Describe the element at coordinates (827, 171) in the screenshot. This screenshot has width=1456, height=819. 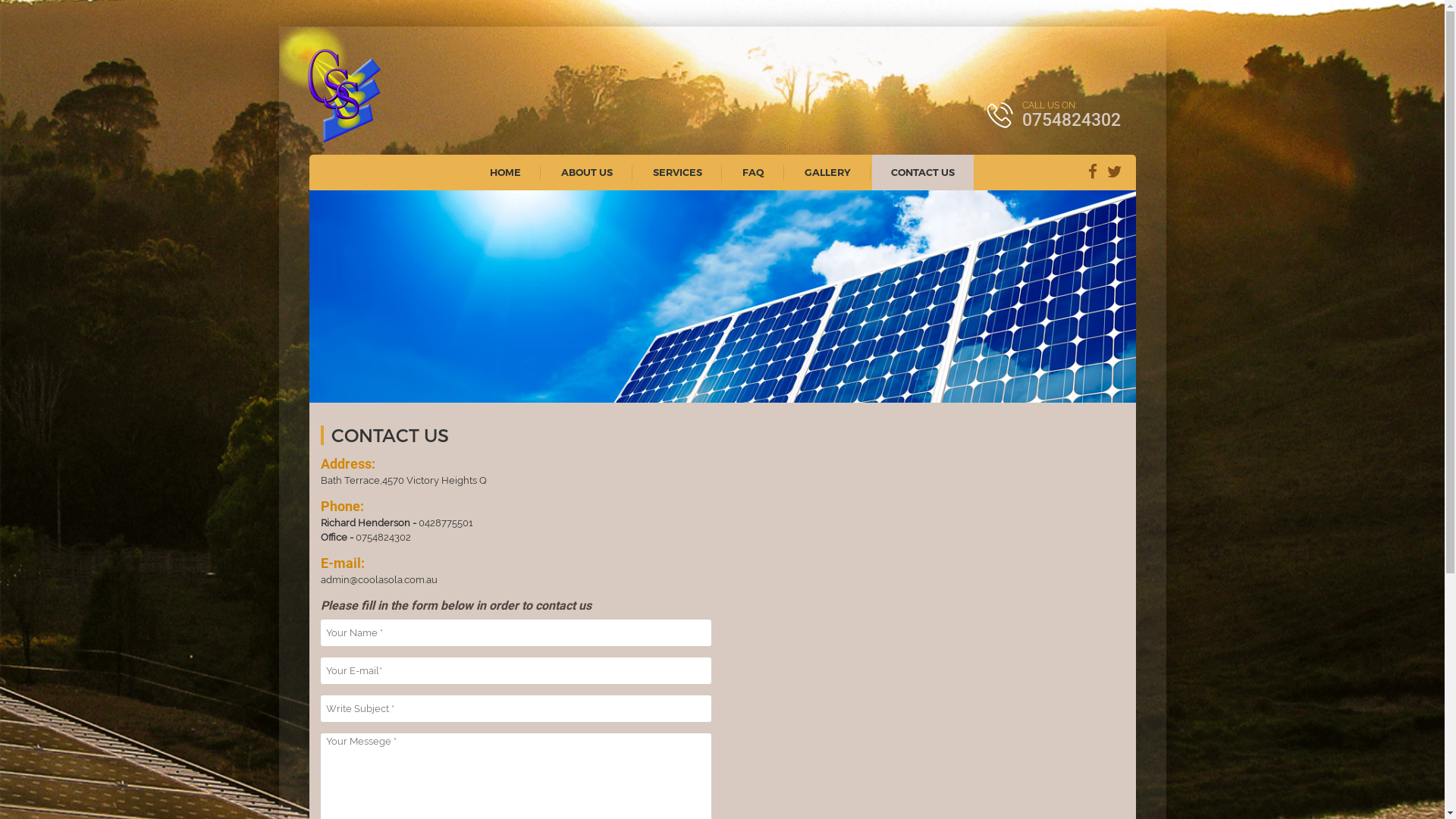
I see `'GALLERY'` at that location.